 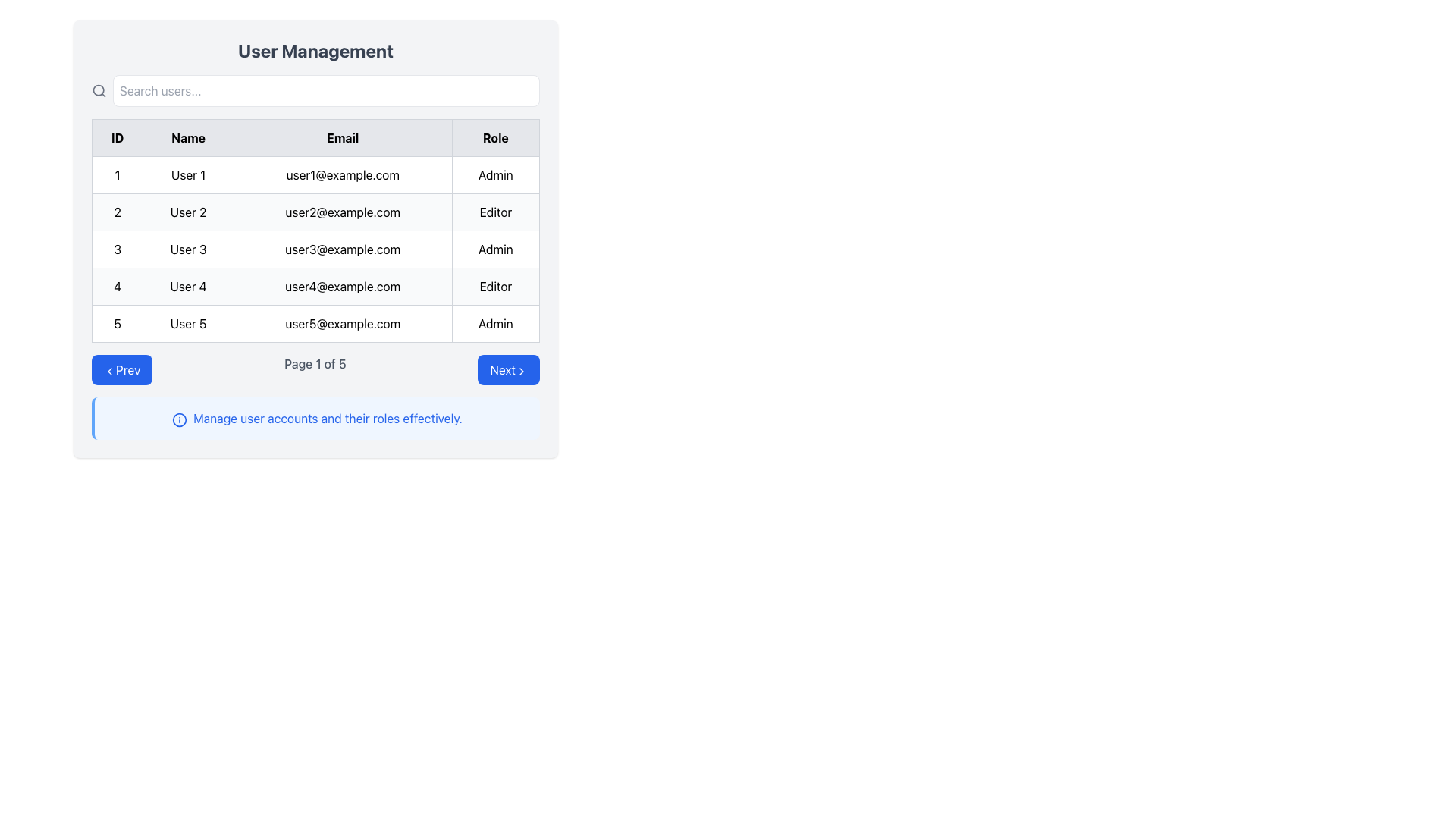 I want to click on the Text Label element displaying the email address 'user3@example.com', which is located in the third row of the table under the 'Email' column, so click(x=342, y=248).